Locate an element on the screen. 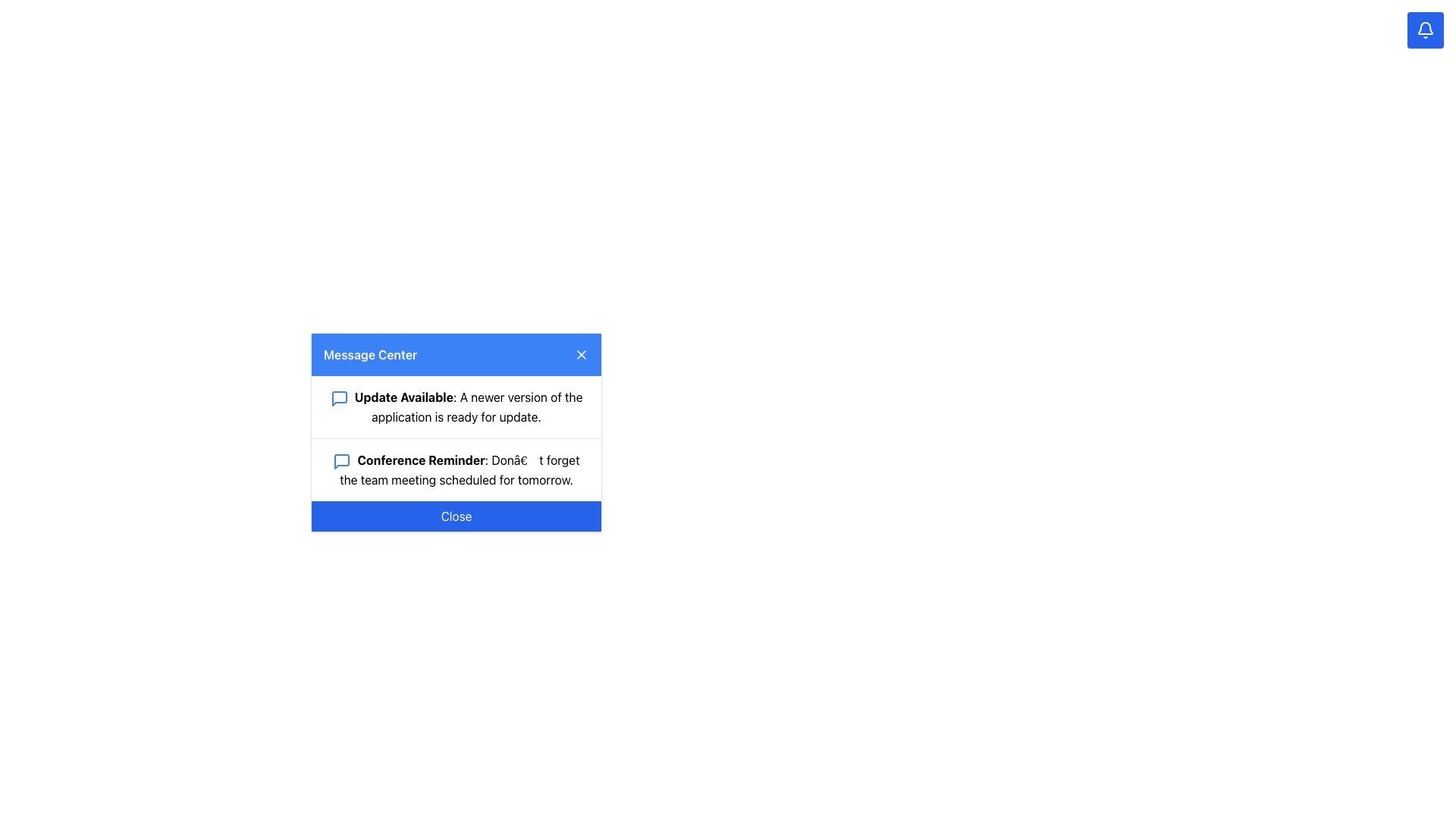 The image size is (1456, 819). the 'Close' button with white text on a blue background located at the bottom of the 'Message Center' modal dialog box is located at coordinates (455, 514).